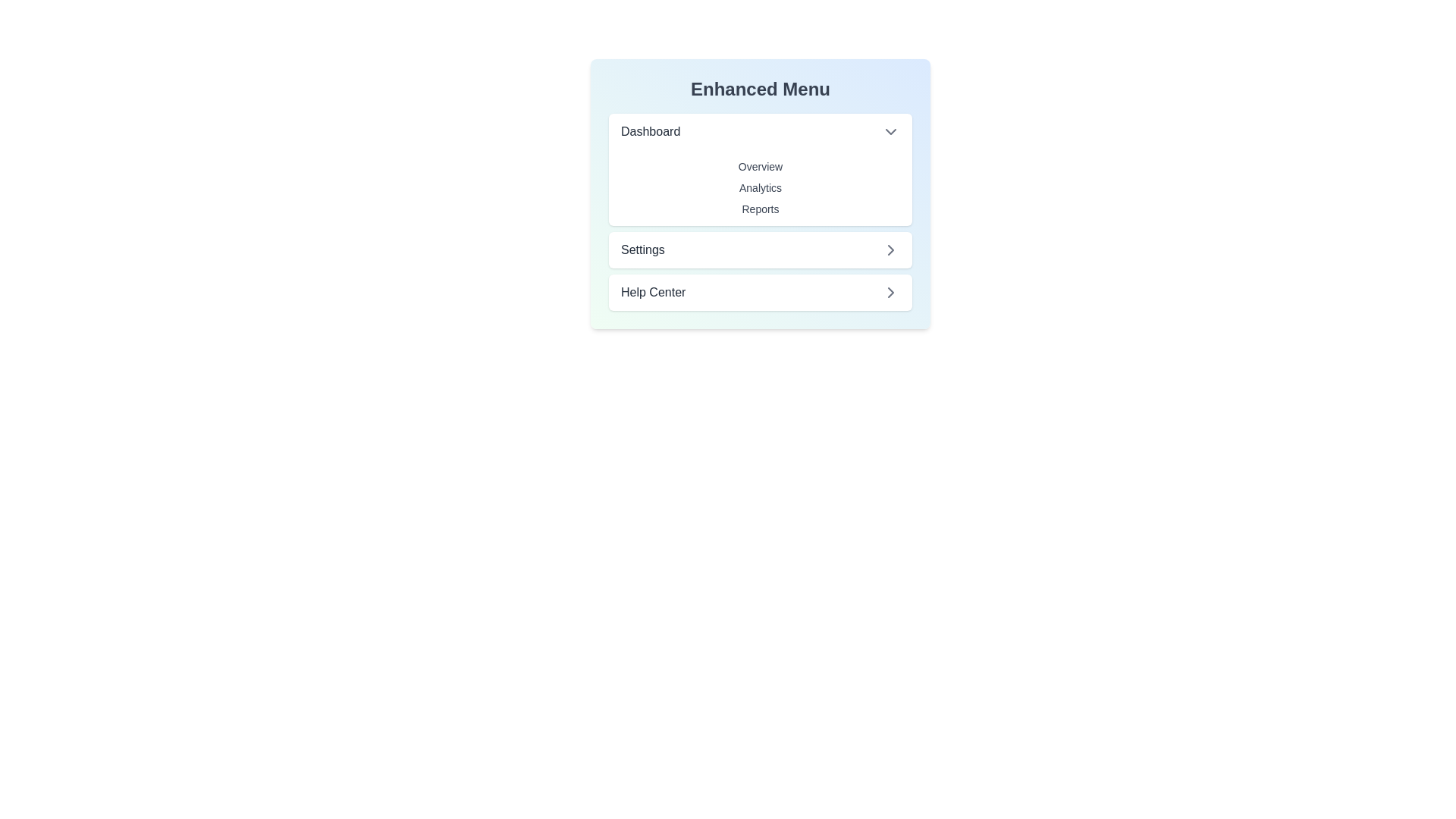 Image resolution: width=1456 pixels, height=819 pixels. Describe the element at coordinates (761, 169) in the screenshot. I see `the 'Dashboard' collapsible menu section` at that location.